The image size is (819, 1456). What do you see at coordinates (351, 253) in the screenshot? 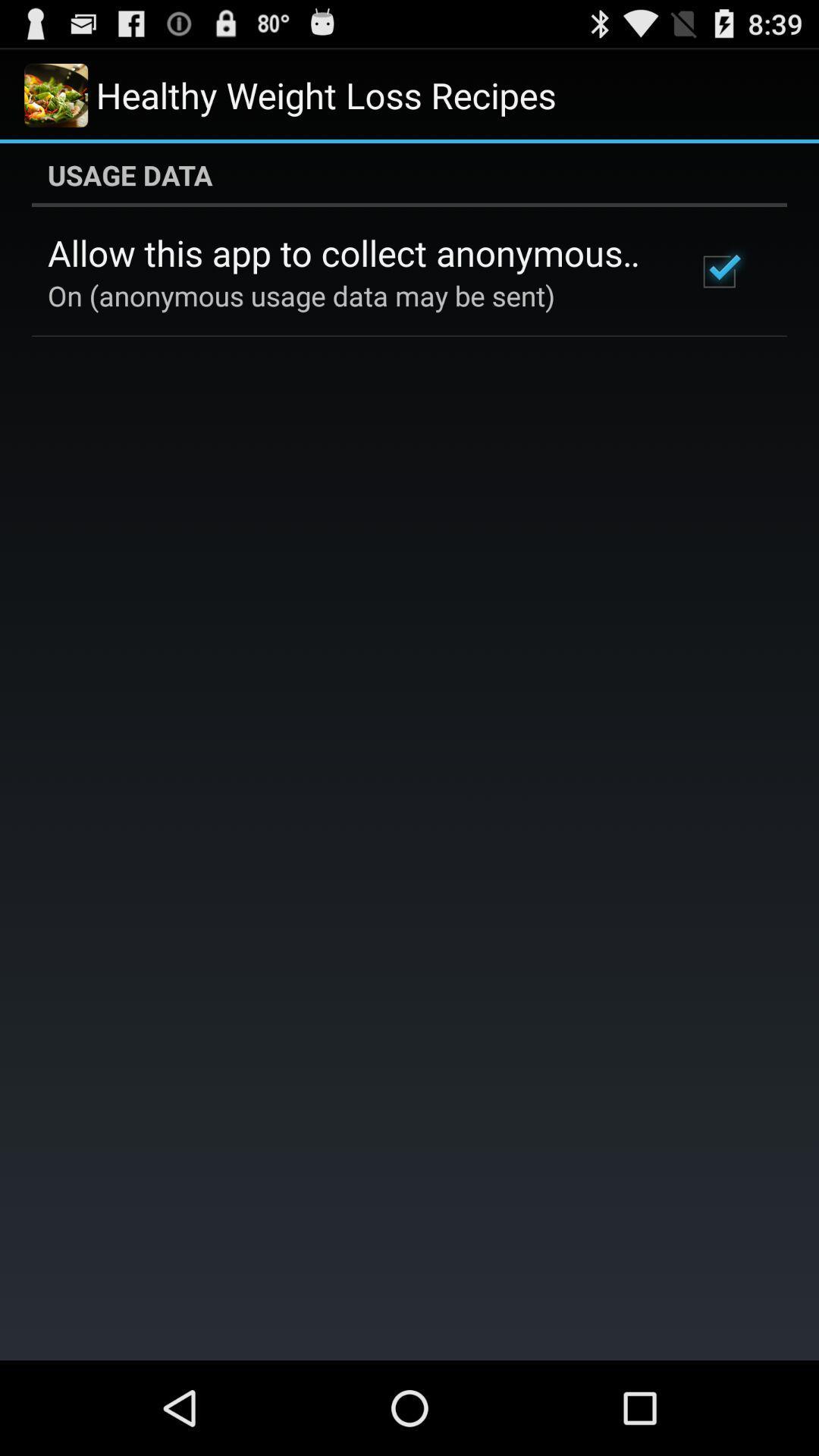
I see `item below usage data item` at bounding box center [351, 253].